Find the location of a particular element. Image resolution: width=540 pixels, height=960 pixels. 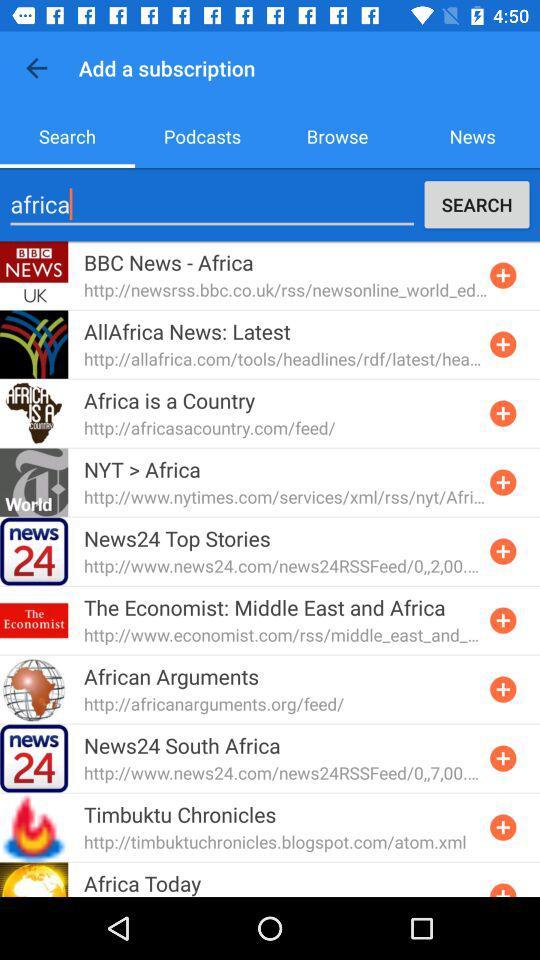

the item to the left of add a subscription app is located at coordinates (36, 68).